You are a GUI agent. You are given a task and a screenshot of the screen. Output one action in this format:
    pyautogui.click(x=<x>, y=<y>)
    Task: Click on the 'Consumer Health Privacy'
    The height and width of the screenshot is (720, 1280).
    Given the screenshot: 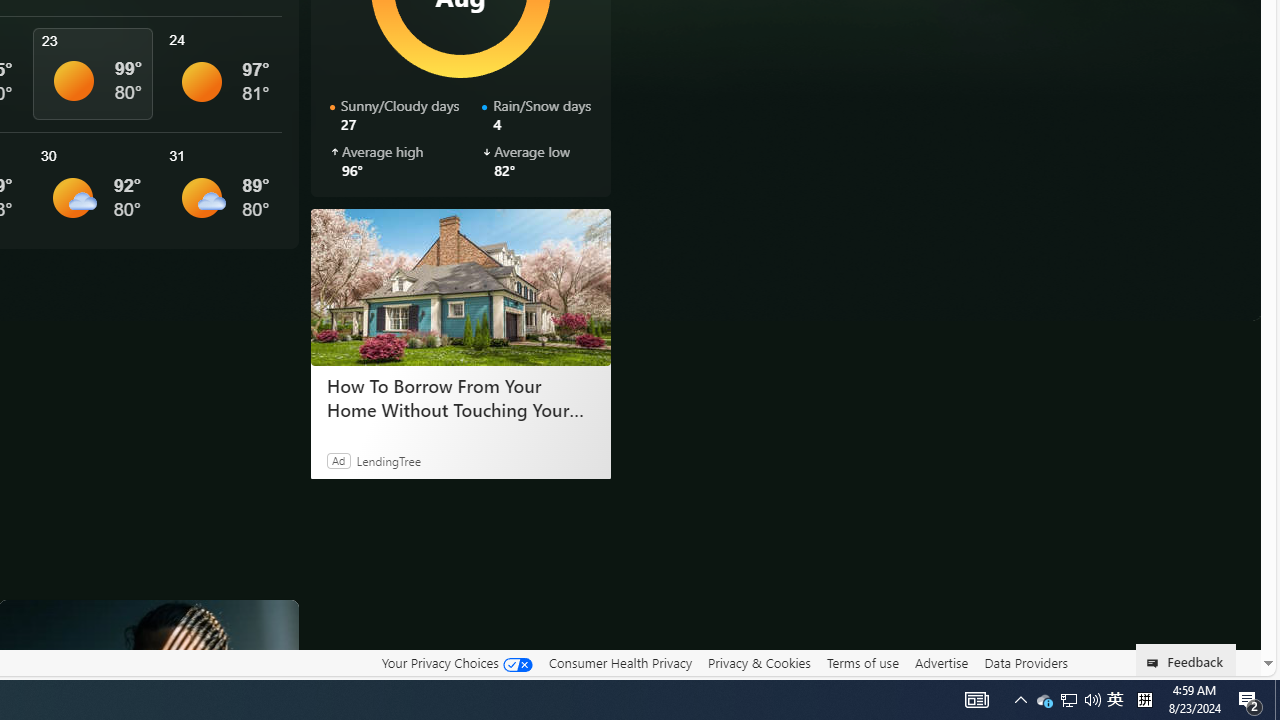 What is the action you would take?
    pyautogui.click(x=619, y=662)
    